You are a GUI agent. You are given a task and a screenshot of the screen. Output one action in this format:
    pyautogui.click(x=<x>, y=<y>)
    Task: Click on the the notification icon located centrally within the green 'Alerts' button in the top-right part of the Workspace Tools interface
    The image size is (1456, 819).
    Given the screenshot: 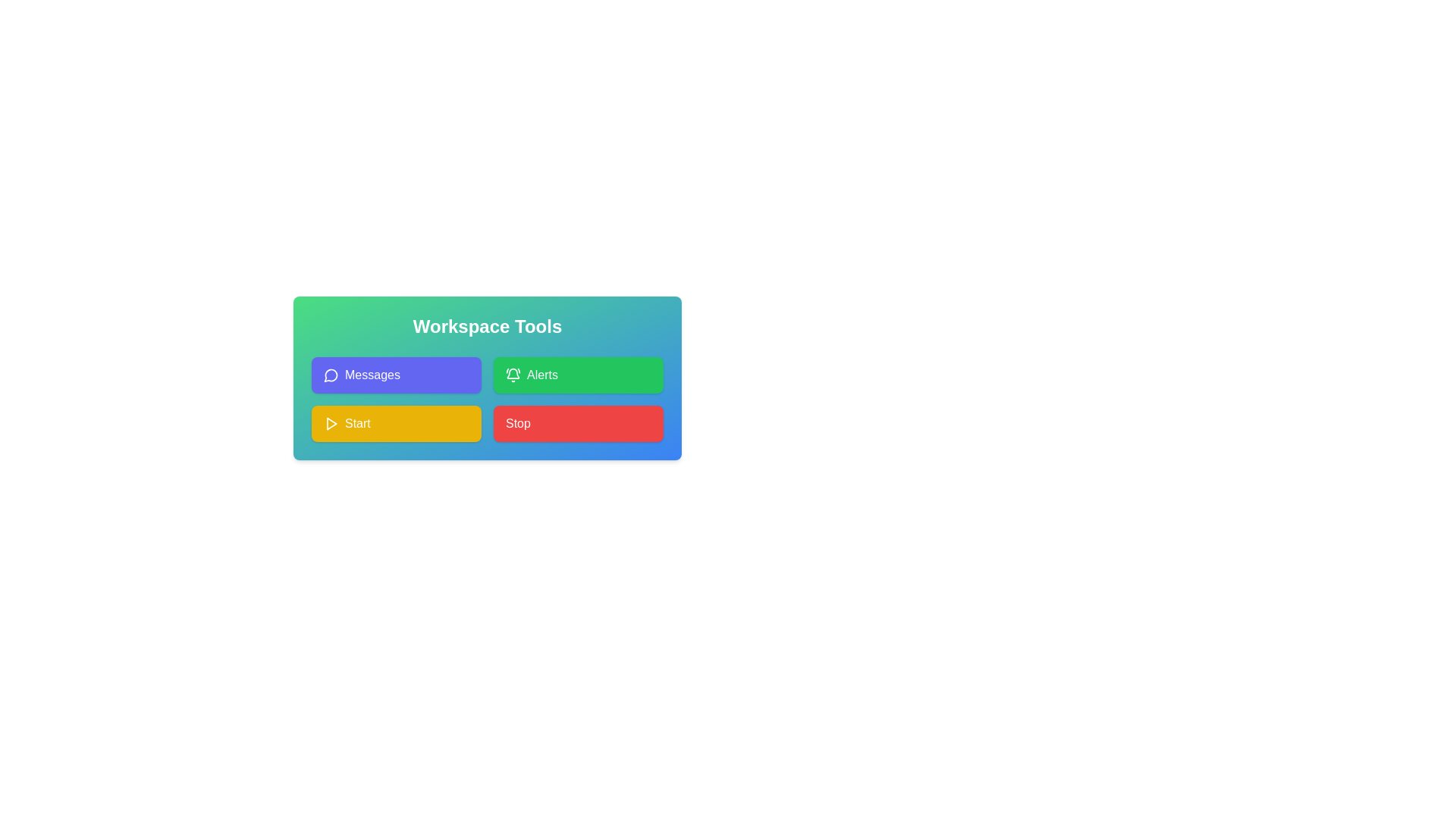 What is the action you would take?
    pyautogui.click(x=513, y=375)
    